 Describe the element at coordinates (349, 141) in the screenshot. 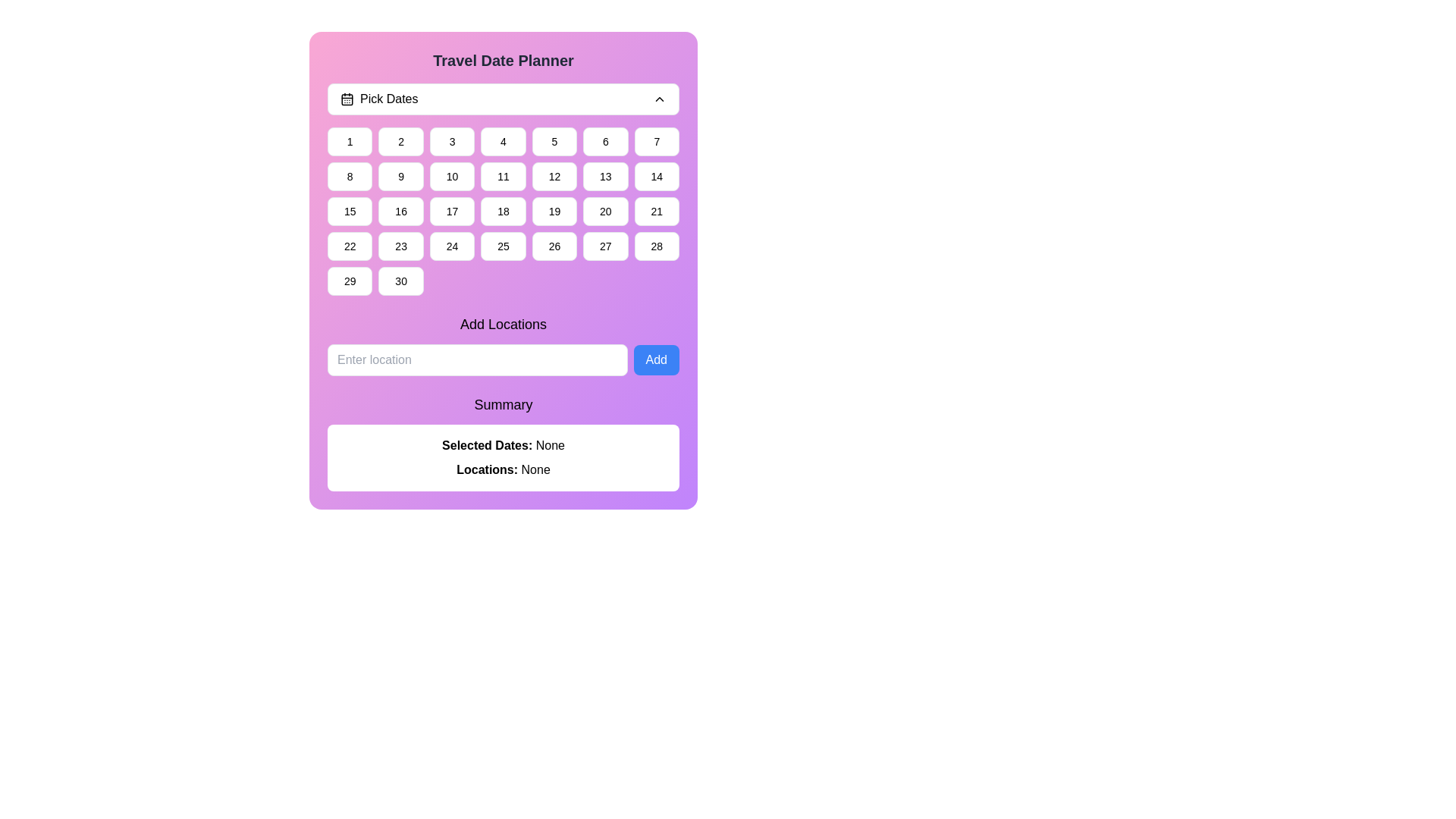

I see `the day '1' button in the date selection grid to activate the hover effect` at that location.